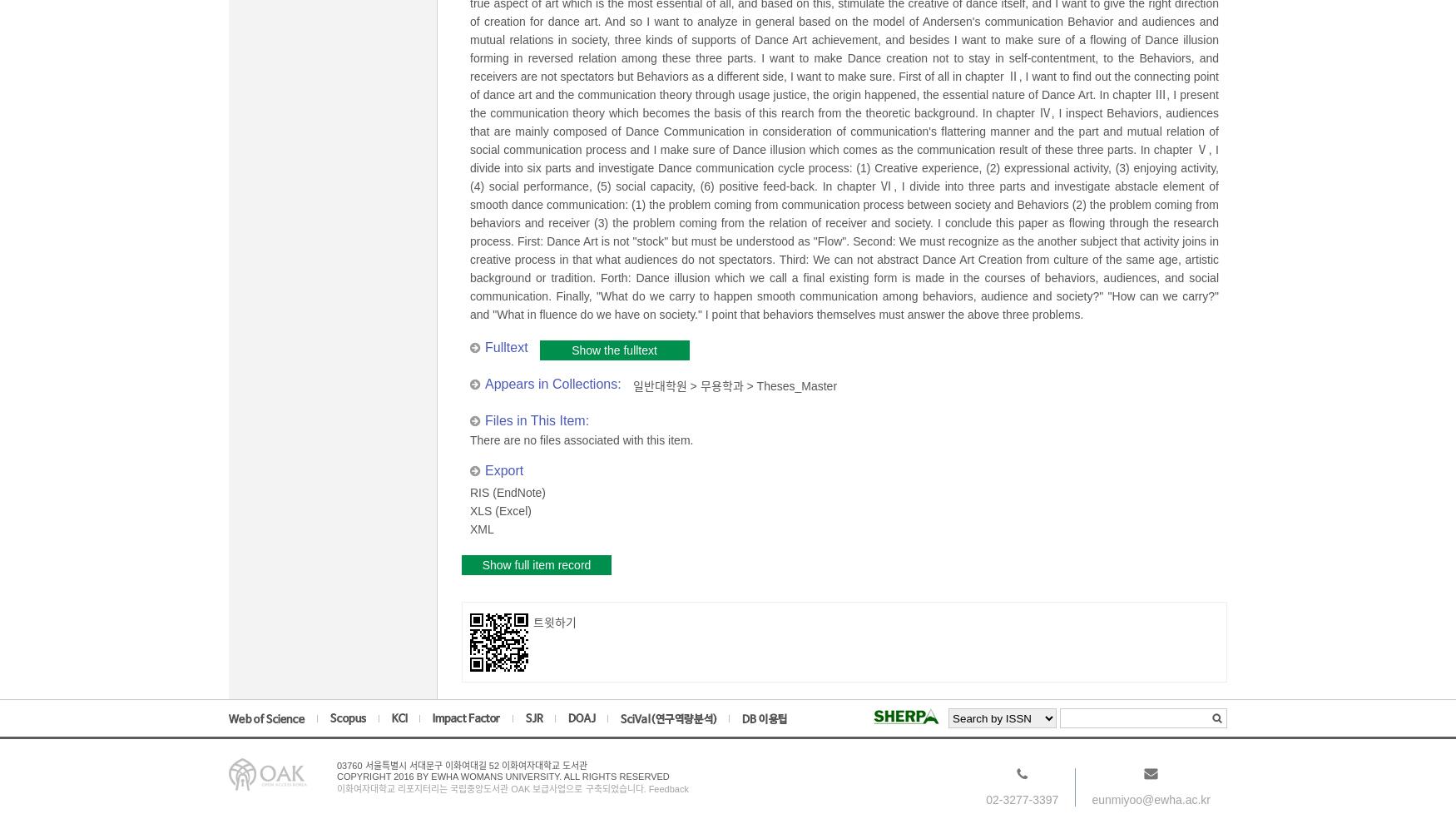 Image resolution: width=1456 pixels, height=834 pixels. Describe the element at coordinates (613, 350) in the screenshot. I see `'Show the fulltext'` at that location.